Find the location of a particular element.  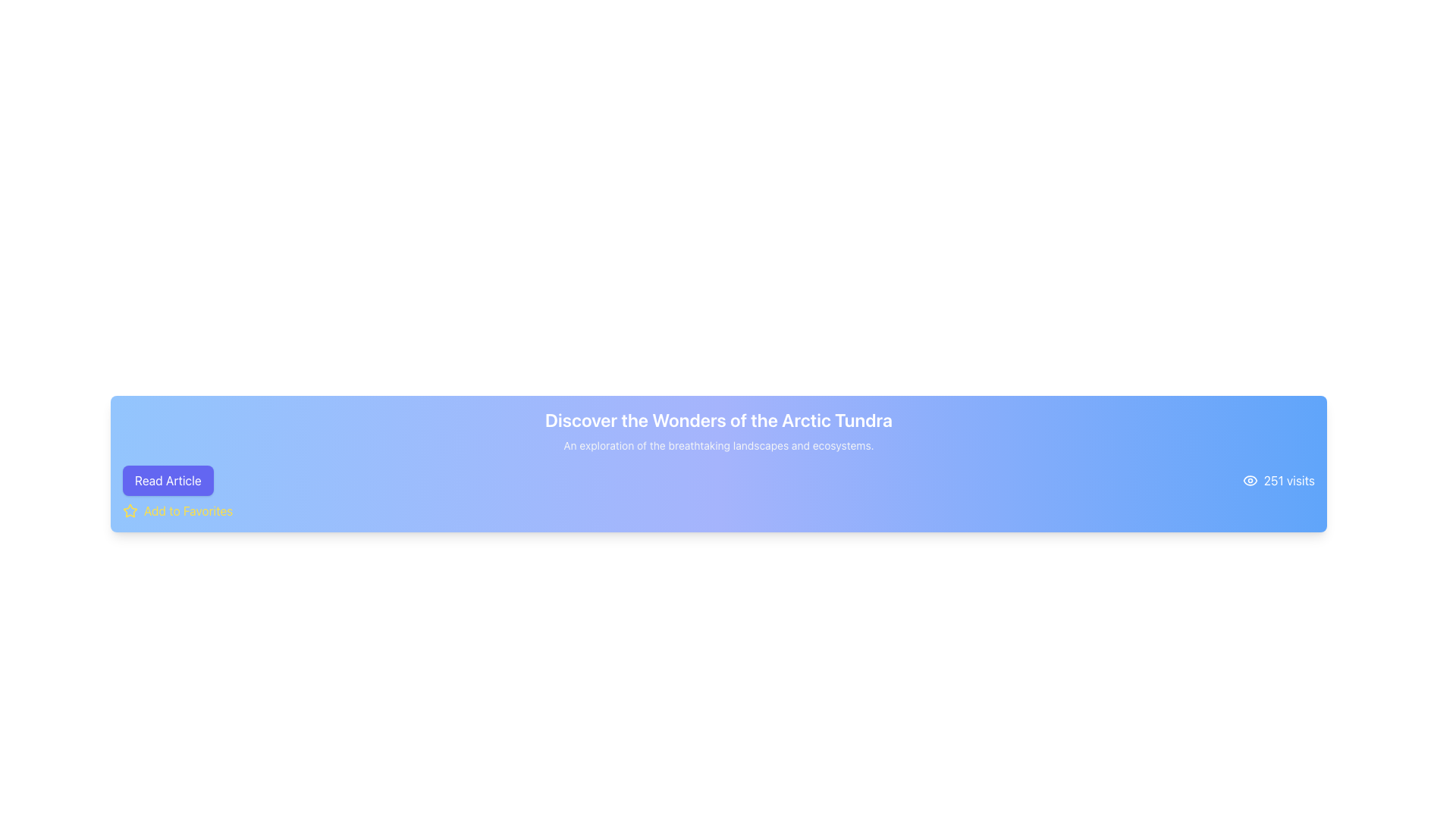

the star-shaped icon located within the 'Add to Favorites' button in the bottom-left corner of the interface is located at coordinates (130, 510).